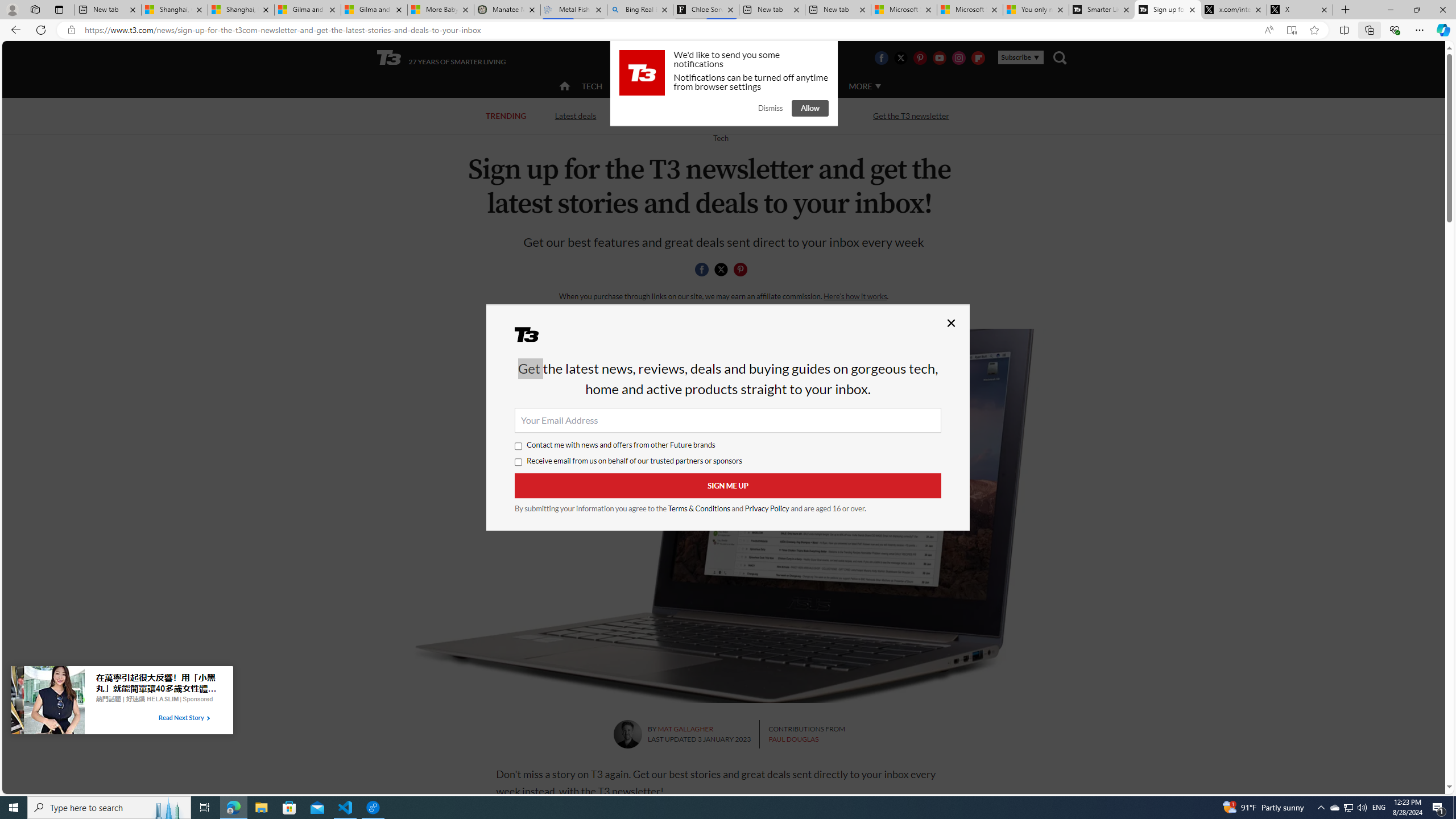  I want to click on 'Contact me with news and offers from other Future brands', so click(519, 446).